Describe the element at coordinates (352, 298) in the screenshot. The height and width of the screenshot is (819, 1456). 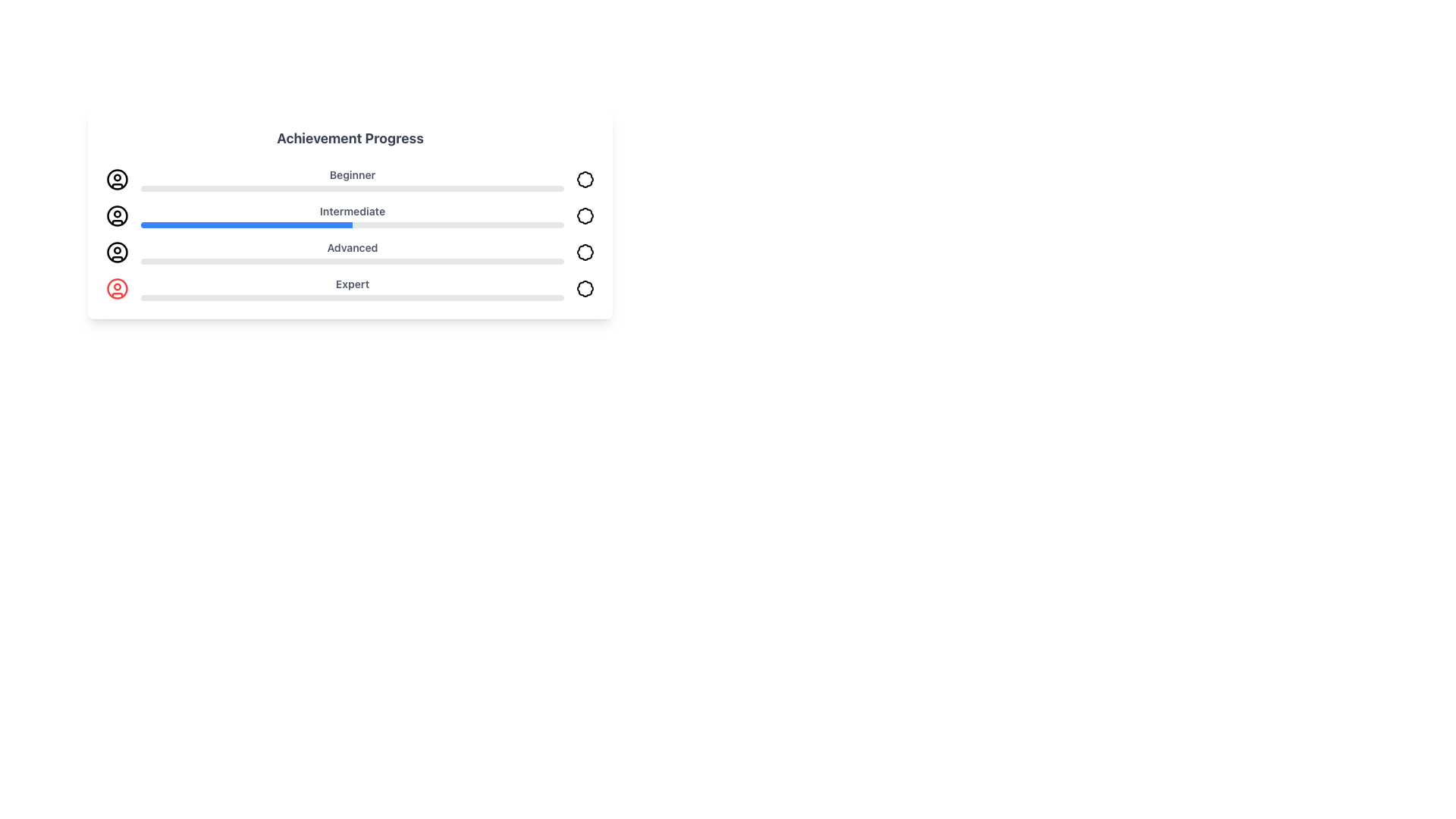
I see `the horizontal progress bar located below the 'Expert' label, which is styled with a gray base and a red-filled section, indicating progress` at that location.